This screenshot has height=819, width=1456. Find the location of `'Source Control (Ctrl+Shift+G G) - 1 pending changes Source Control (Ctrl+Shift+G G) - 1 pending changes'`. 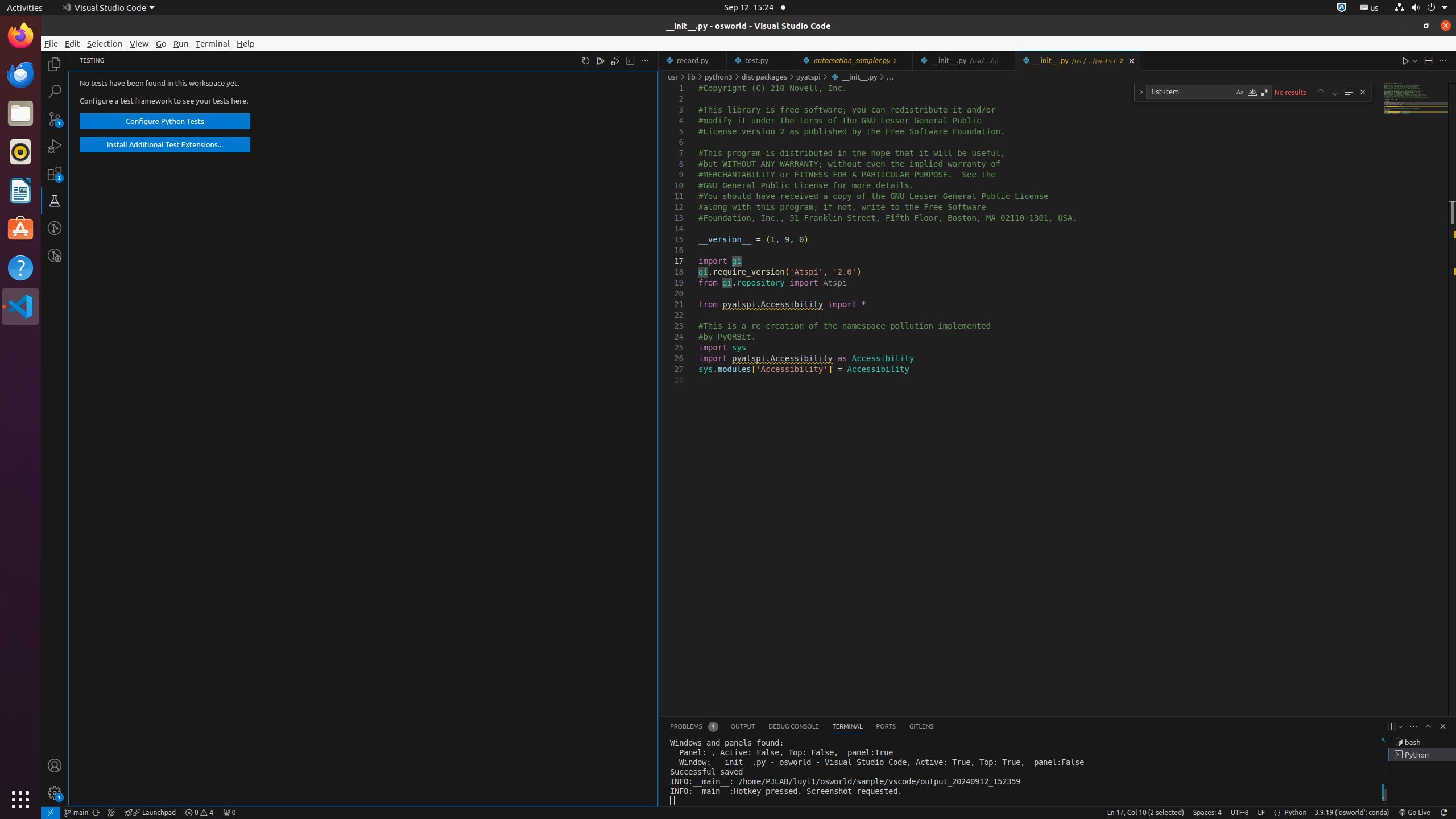

'Source Control (Ctrl+Shift+G G) - 1 pending changes Source Control (Ctrl+Shift+G G) - 1 pending changes' is located at coordinates (54, 118).